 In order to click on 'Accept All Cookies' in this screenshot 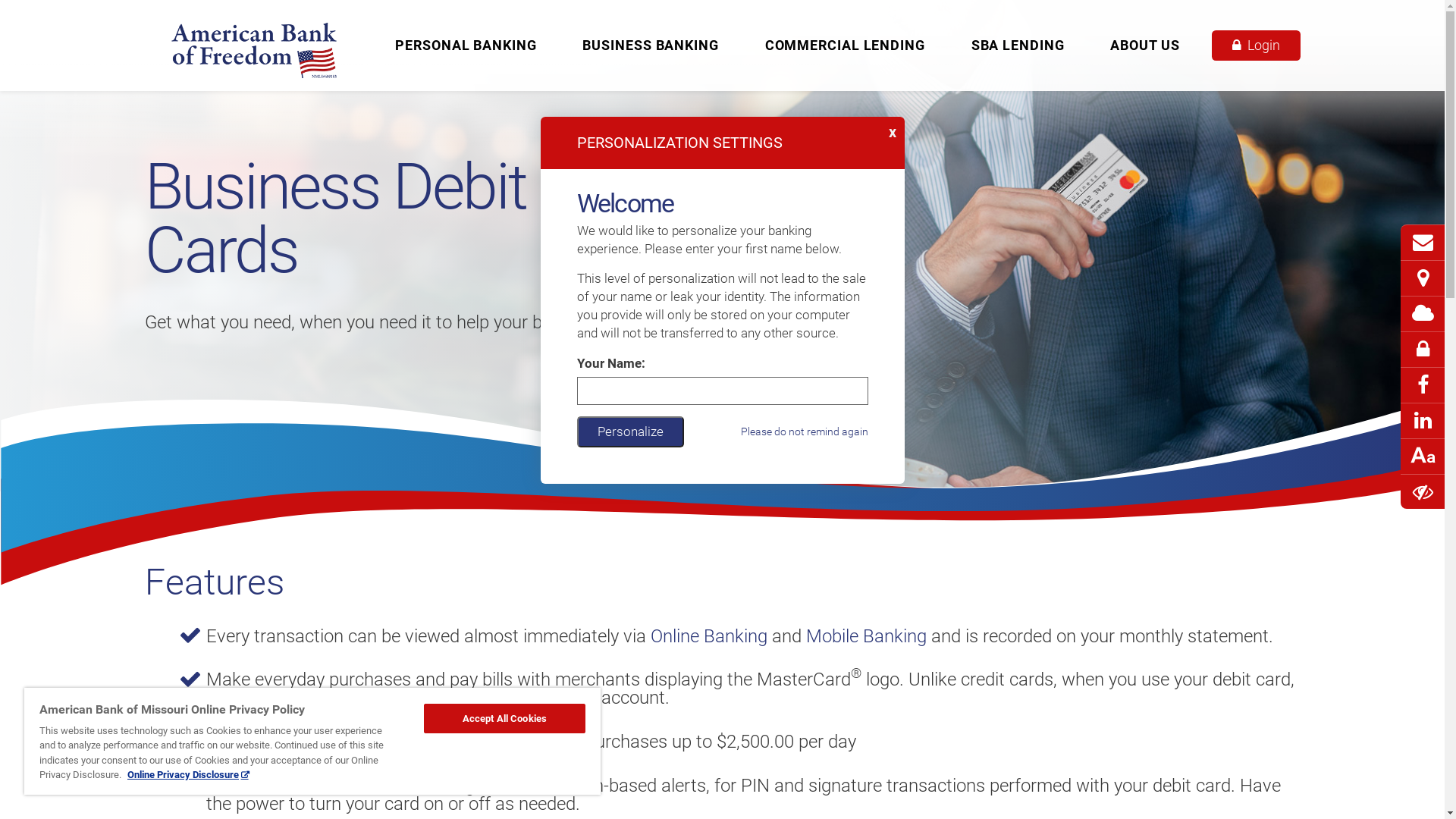, I will do `click(504, 717)`.